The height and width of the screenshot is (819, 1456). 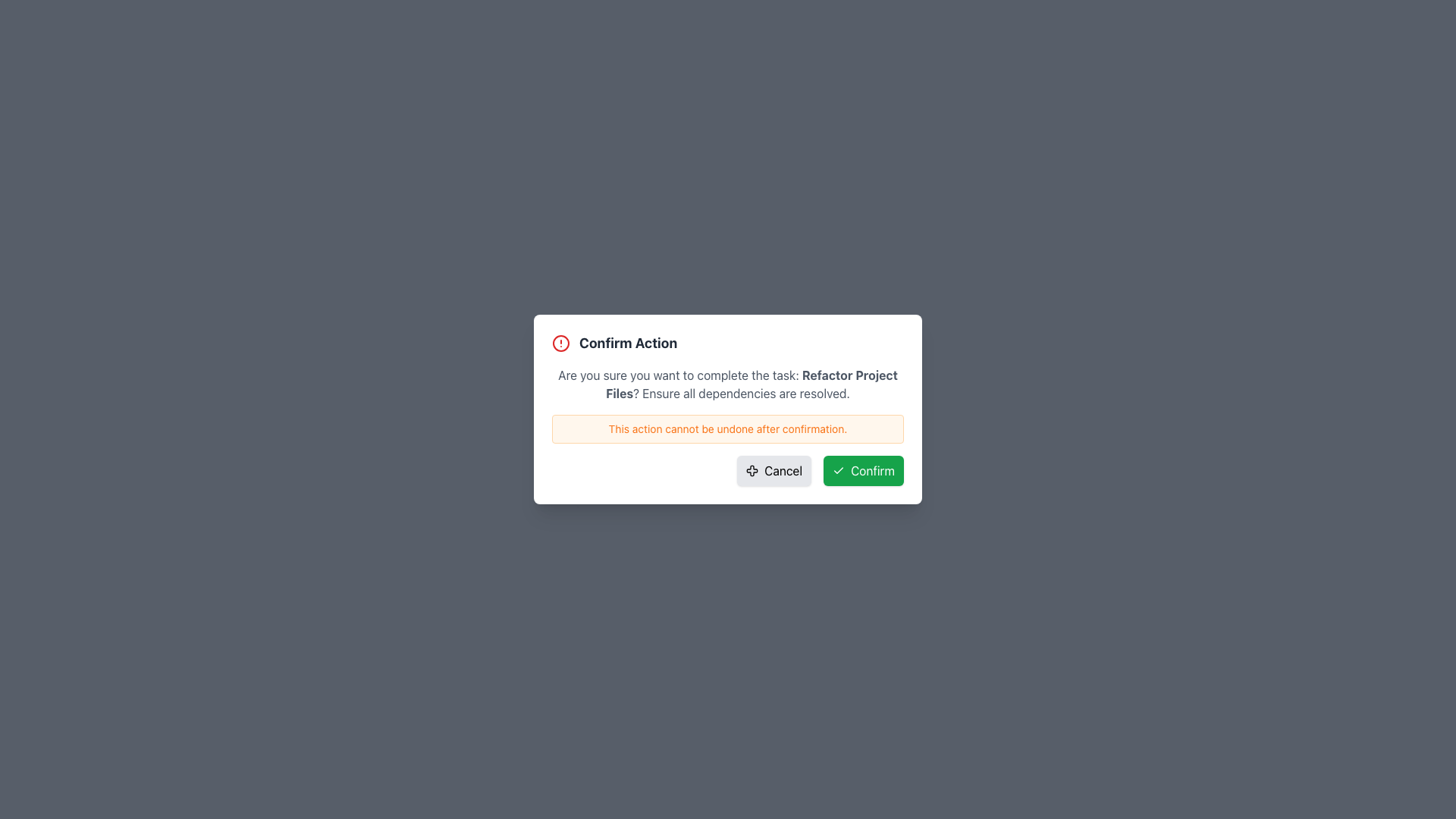 What do you see at coordinates (774, 470) in the screenshot?
I see `the 'Cancel' button located at the bottom-right of the modal dialog box` at bounding box center [774, 470].